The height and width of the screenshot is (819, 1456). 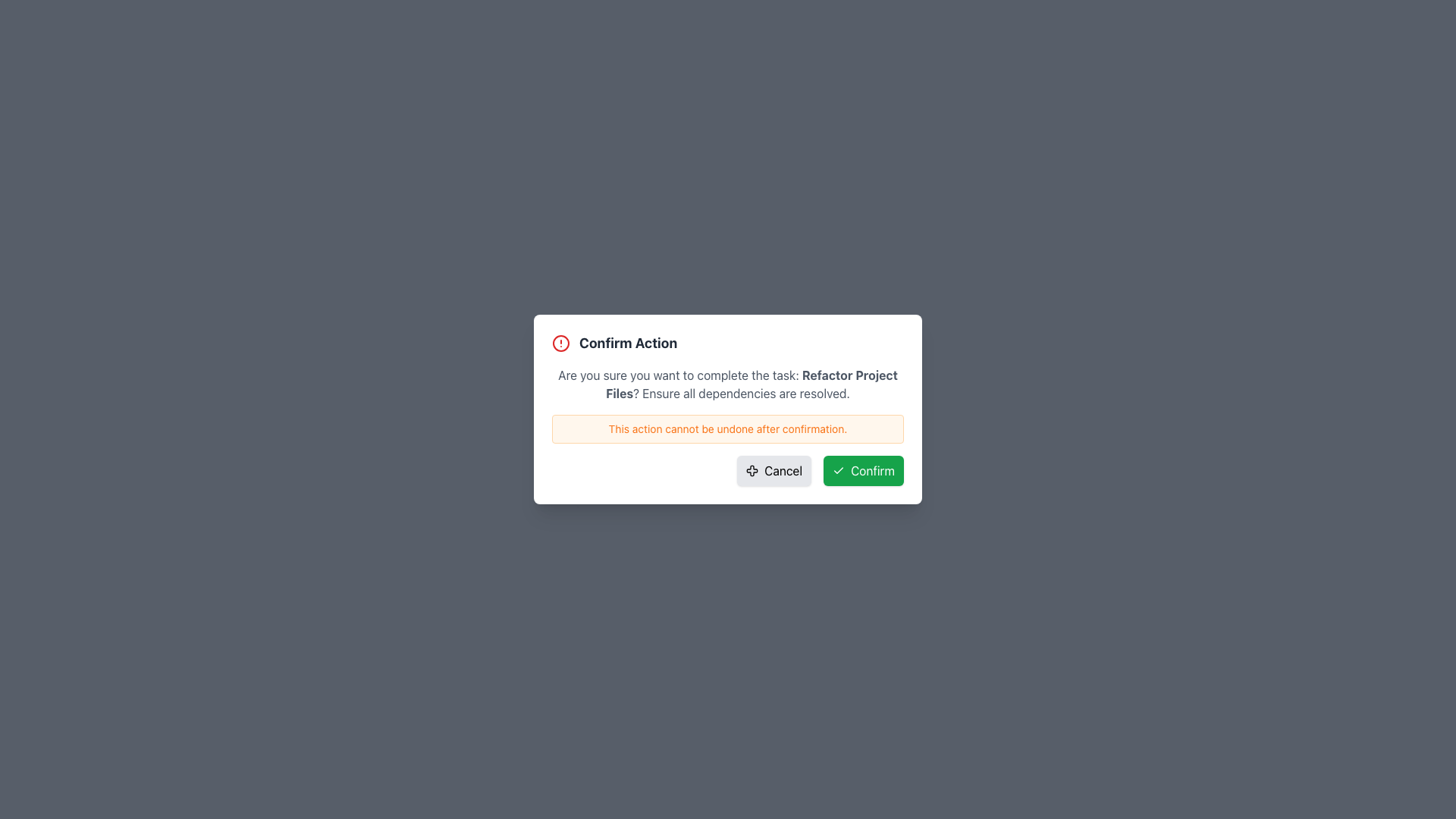 What do you see at coordinates (774, 470) in the screenshot?
I see `the 'Cancel' button located at the bottom-right of the modal dialog box` at bounding box center [774, 470].